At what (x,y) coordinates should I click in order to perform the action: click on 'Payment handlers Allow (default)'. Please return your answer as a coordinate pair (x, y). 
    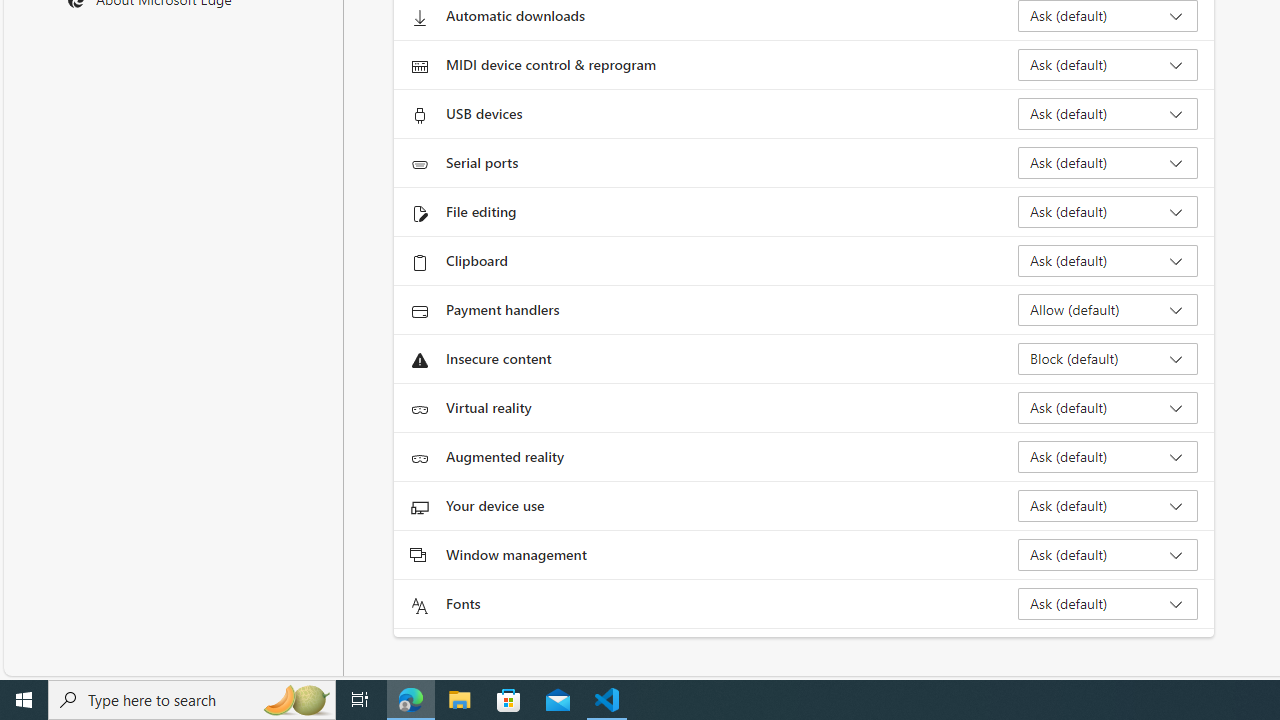
    Looking at the image, I should click on (1106, 309).